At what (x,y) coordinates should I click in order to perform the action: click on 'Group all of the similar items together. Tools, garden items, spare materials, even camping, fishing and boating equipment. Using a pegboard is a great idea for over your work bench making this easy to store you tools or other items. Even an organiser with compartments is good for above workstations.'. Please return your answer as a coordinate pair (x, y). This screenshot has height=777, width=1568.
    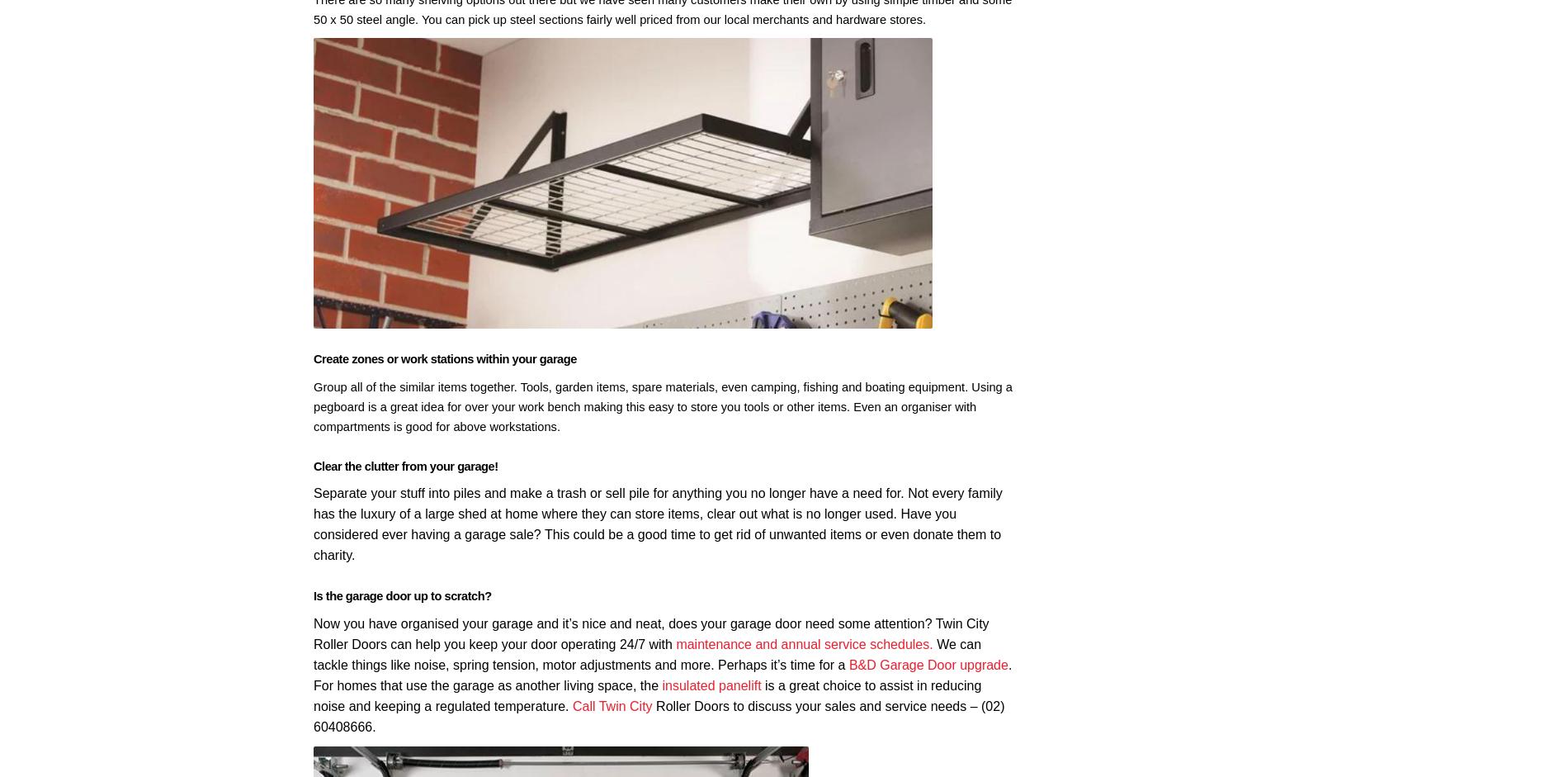
    Looking at the image, I should click on (662, 405).